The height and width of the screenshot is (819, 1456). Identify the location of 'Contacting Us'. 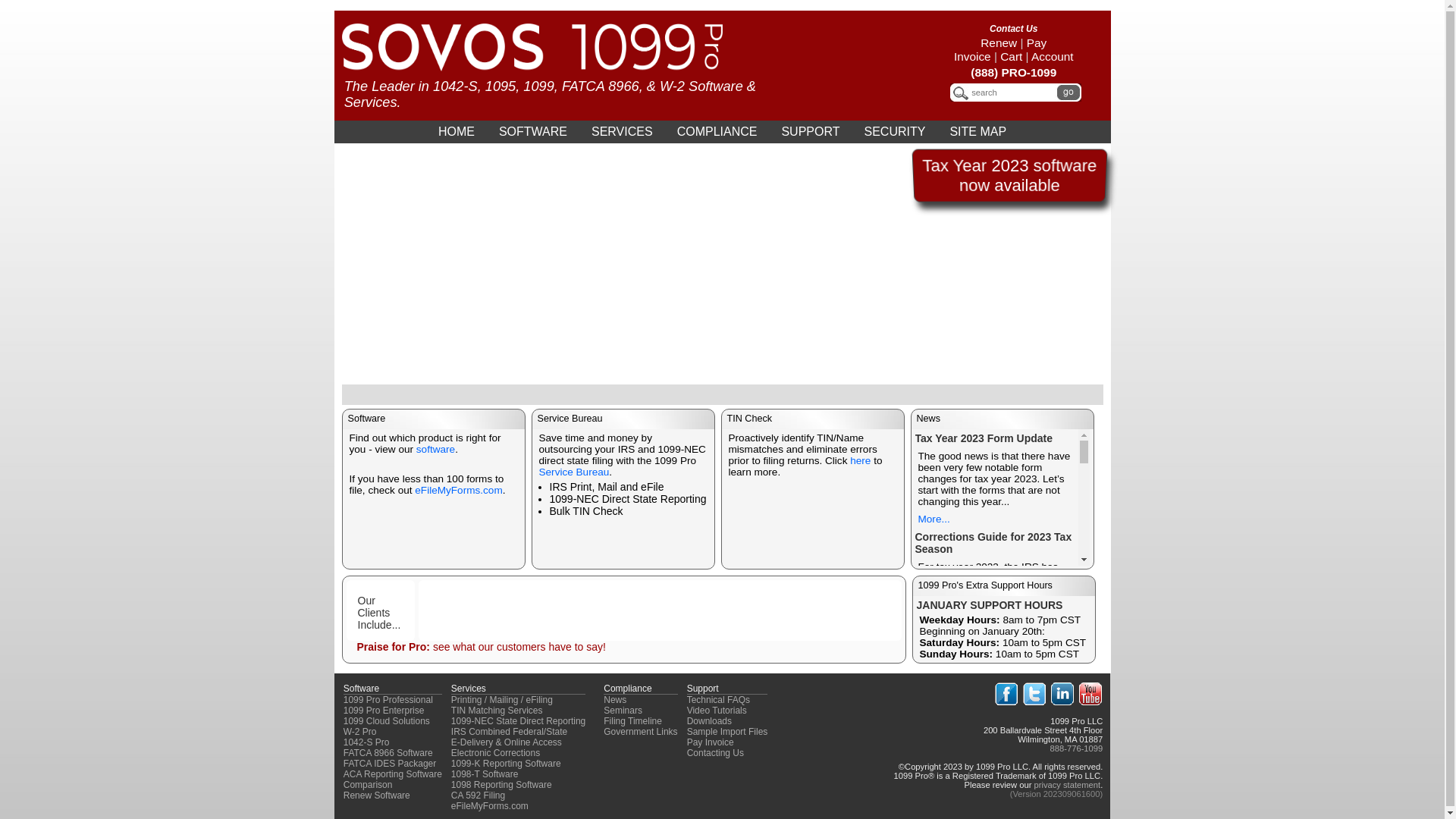
(686, 752).